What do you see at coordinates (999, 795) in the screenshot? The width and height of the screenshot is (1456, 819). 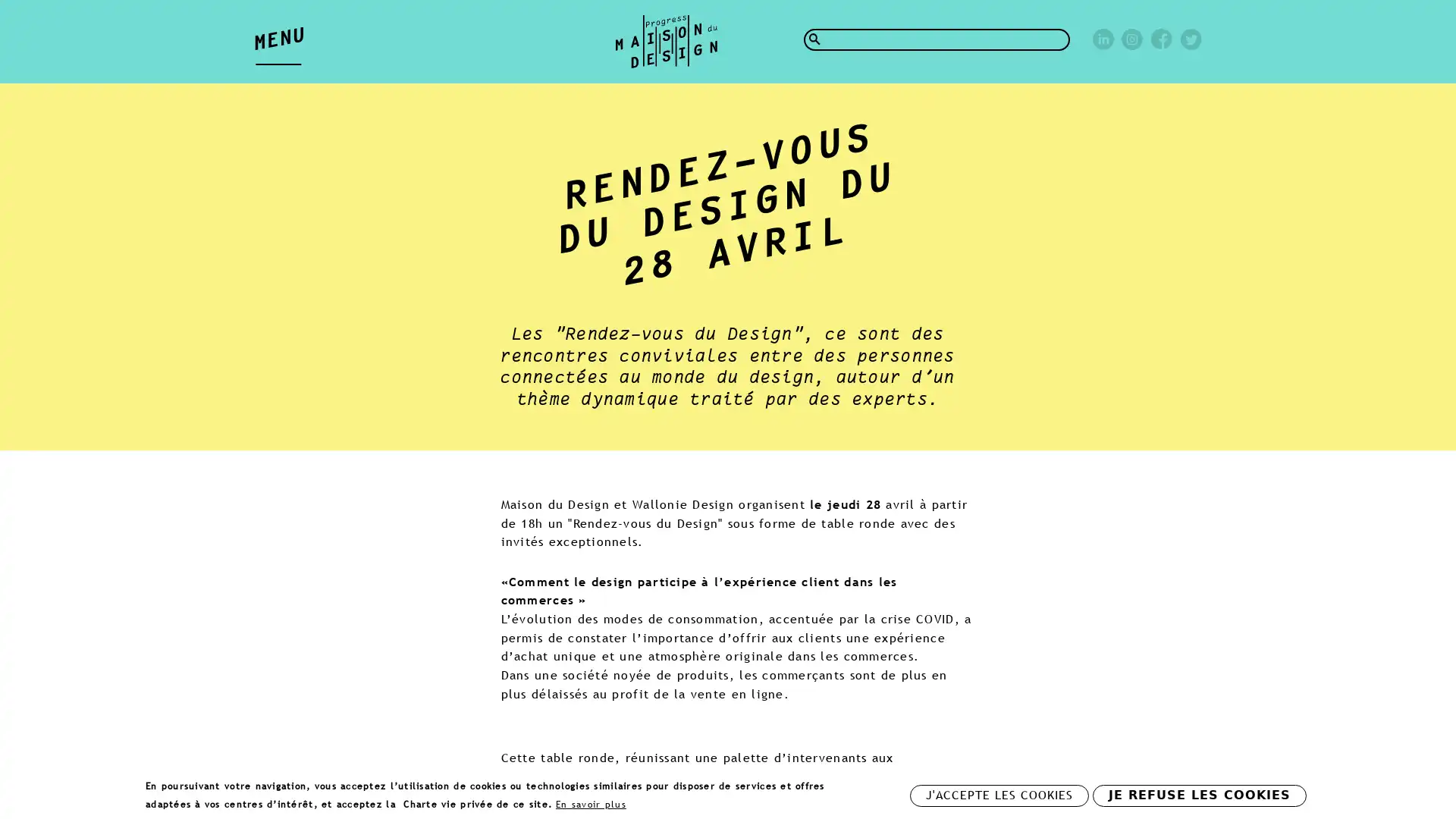 I see `J'ACCEPTE LES COOKIES` at bounding box center [999, 795].